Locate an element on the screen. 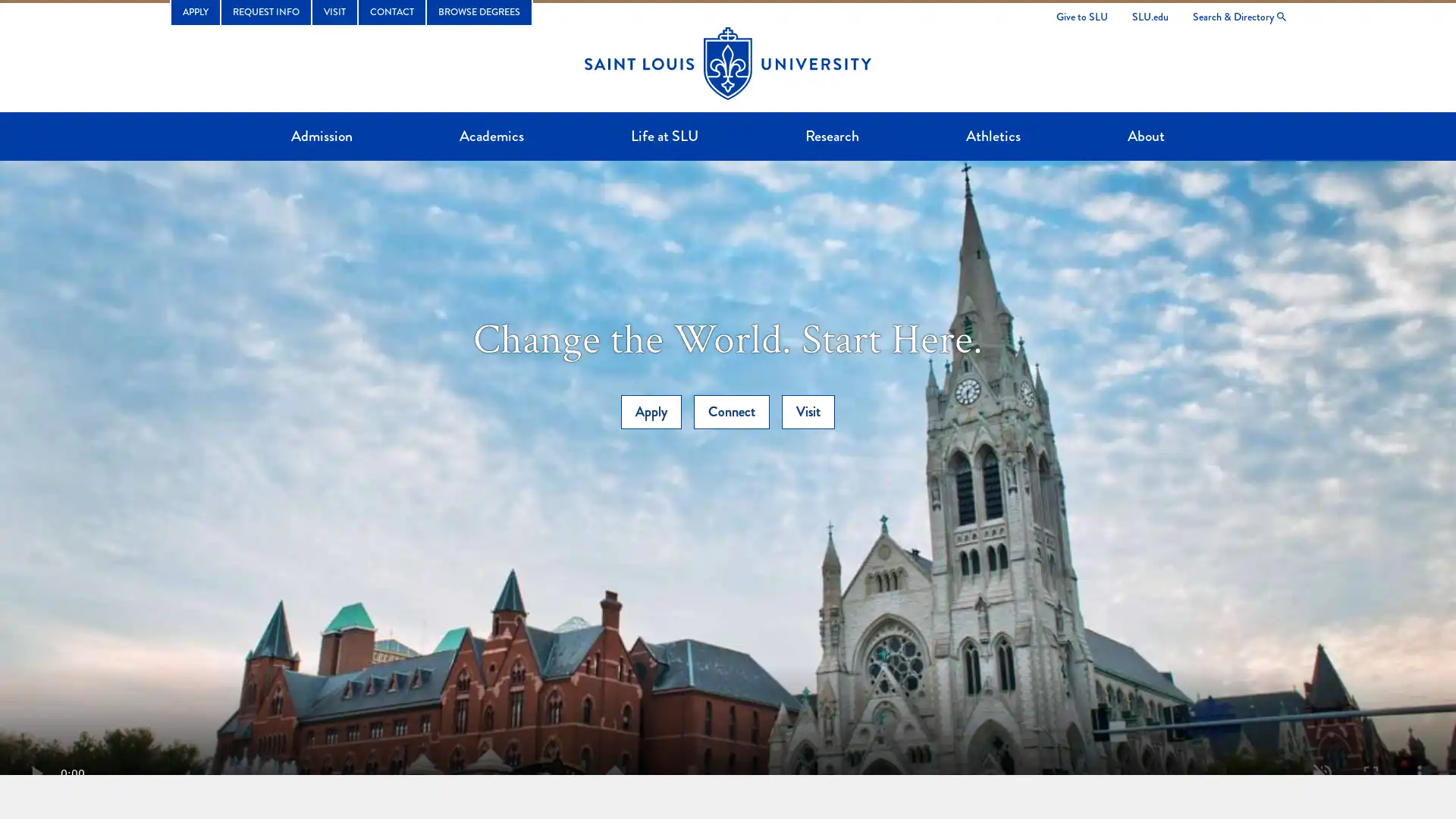 The width and height of the screenshot is (1456, 819). show more media controls is located at coordinates (1419, 773).